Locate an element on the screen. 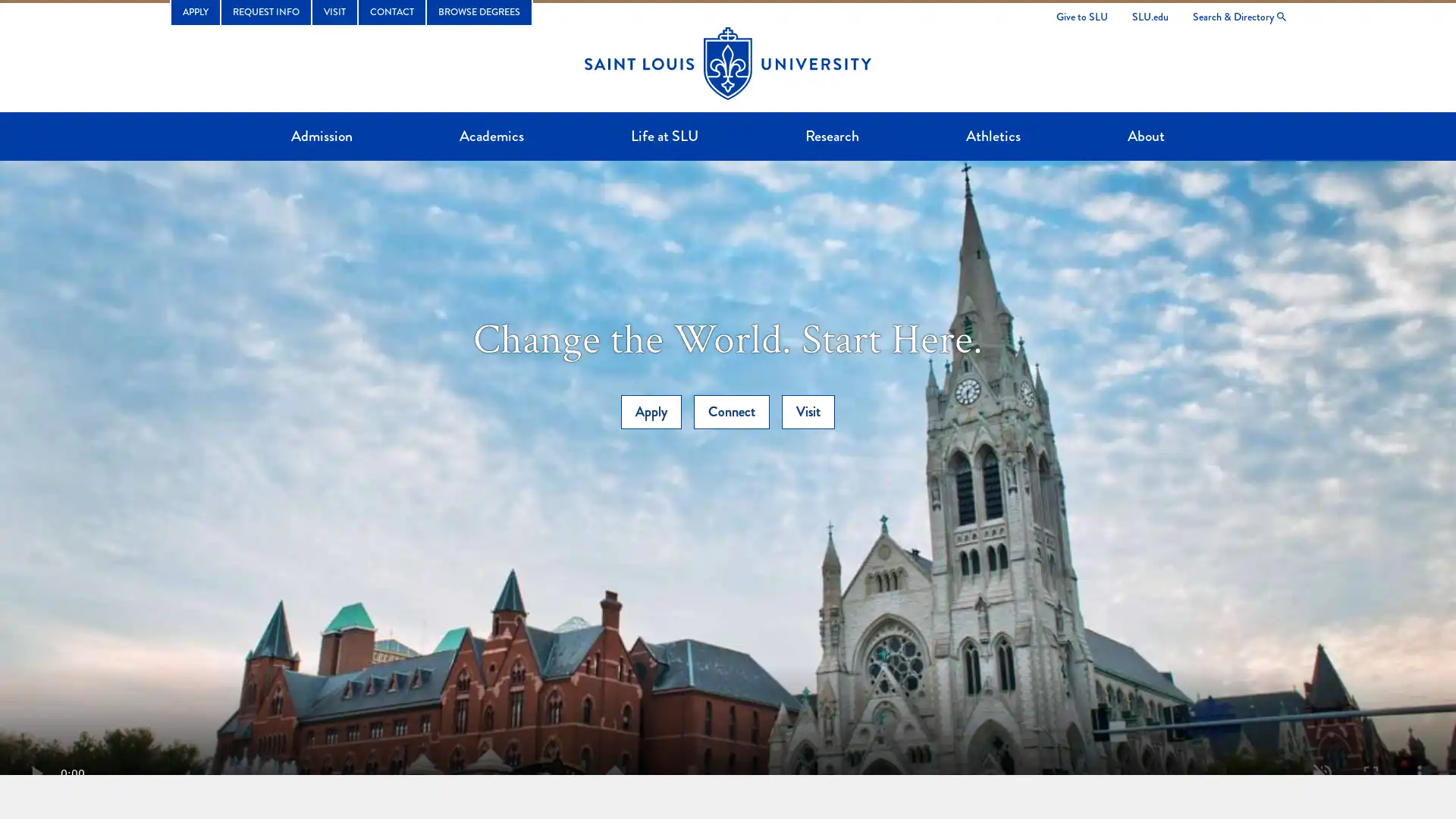 The width and height of the screenshot is (1456, 819). show more media controls is located at coordinates (1419, 773).